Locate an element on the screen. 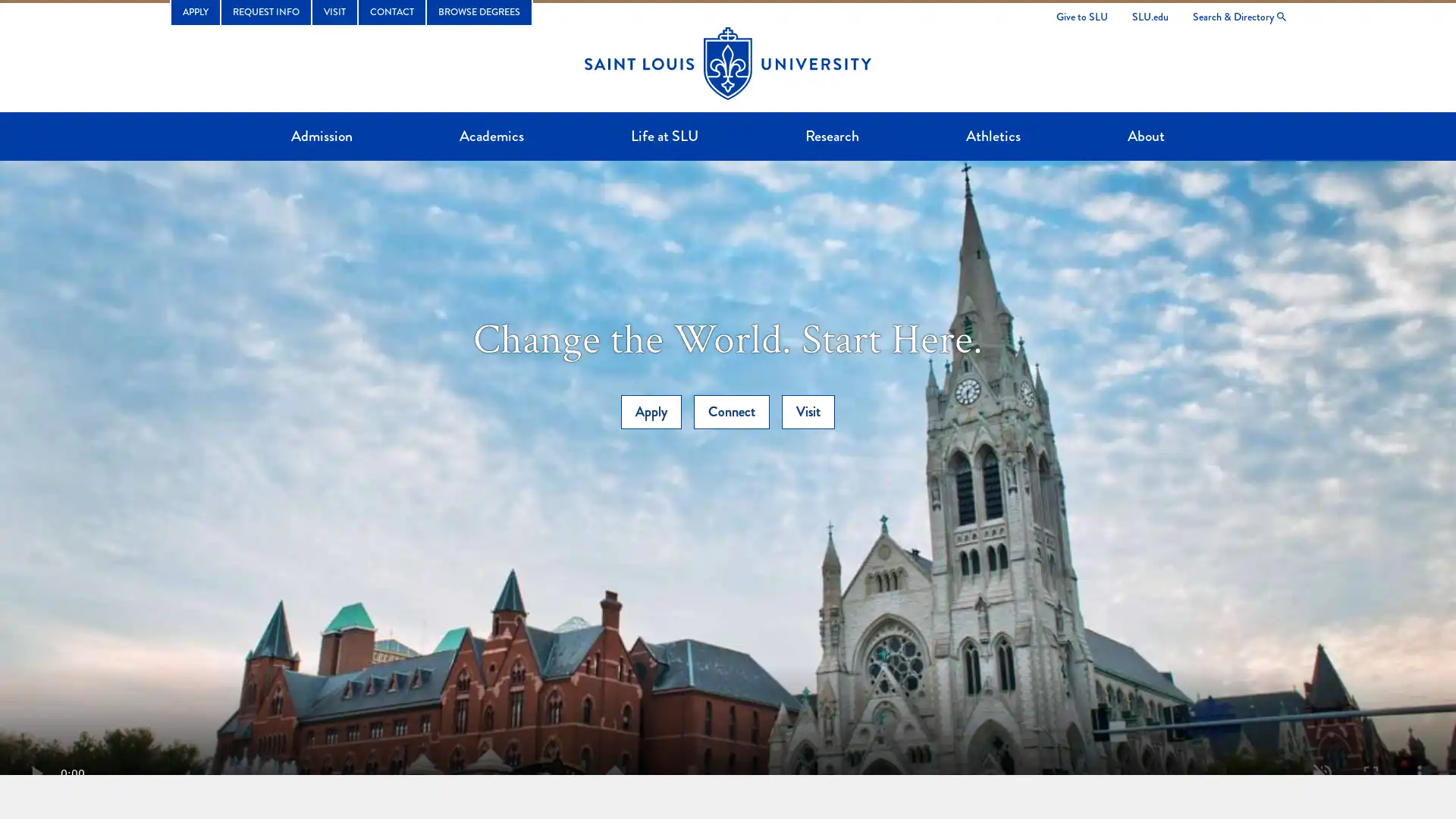 The width and height of the screenshot is (1456, 819). show more media controls is located at coordinates (1419, 773).